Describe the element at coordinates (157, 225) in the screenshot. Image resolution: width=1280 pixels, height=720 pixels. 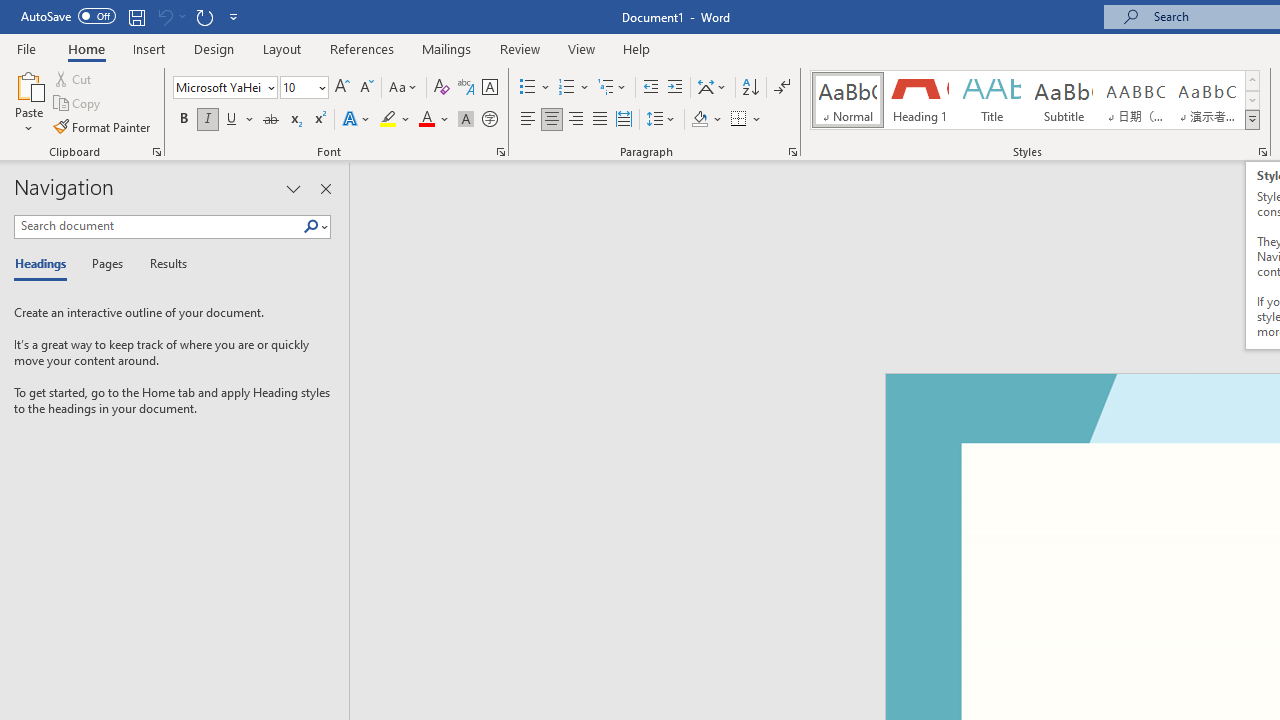
I see `'Search document'` at that location.